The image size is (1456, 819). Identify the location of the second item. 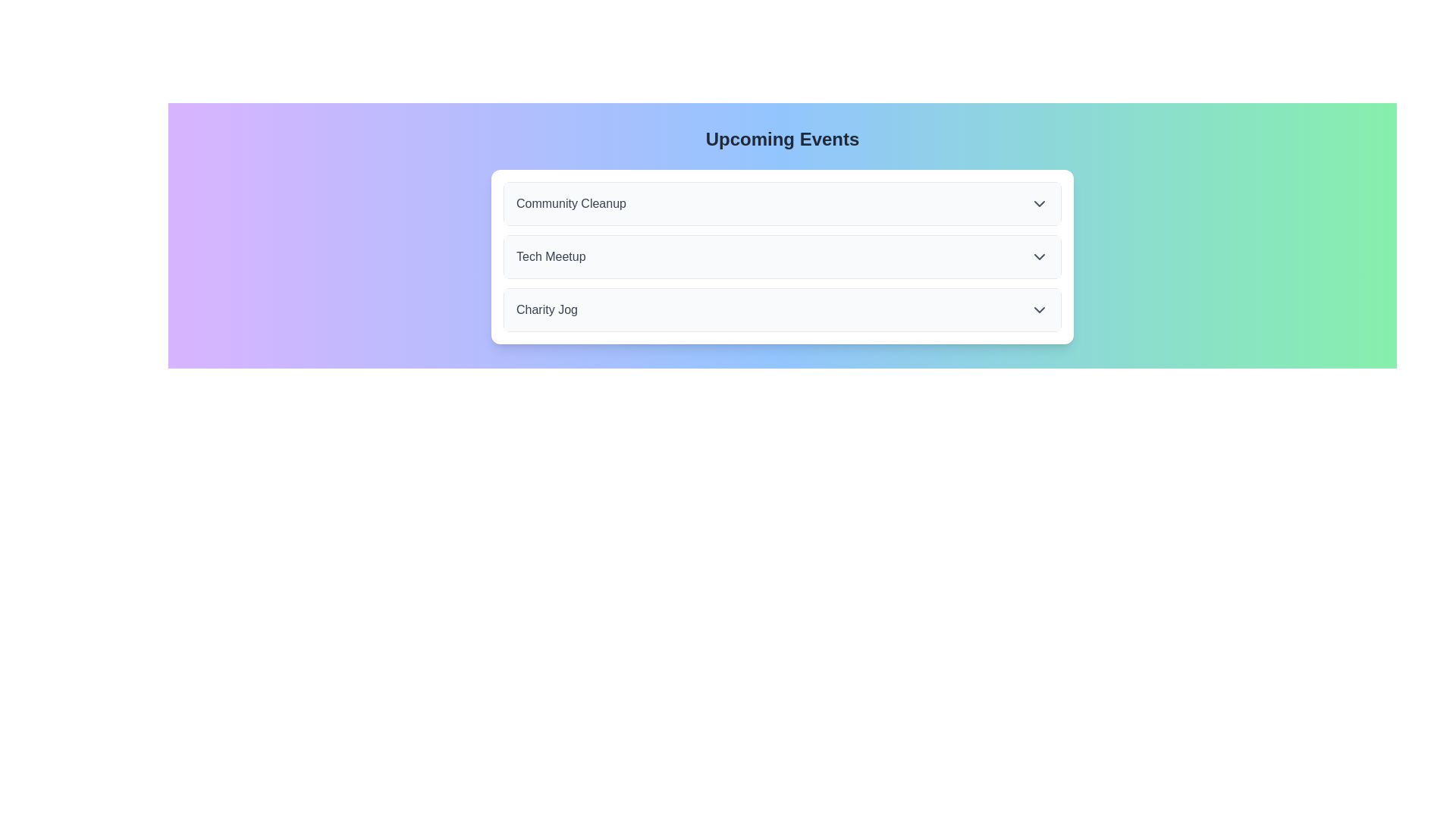
(783, 256).